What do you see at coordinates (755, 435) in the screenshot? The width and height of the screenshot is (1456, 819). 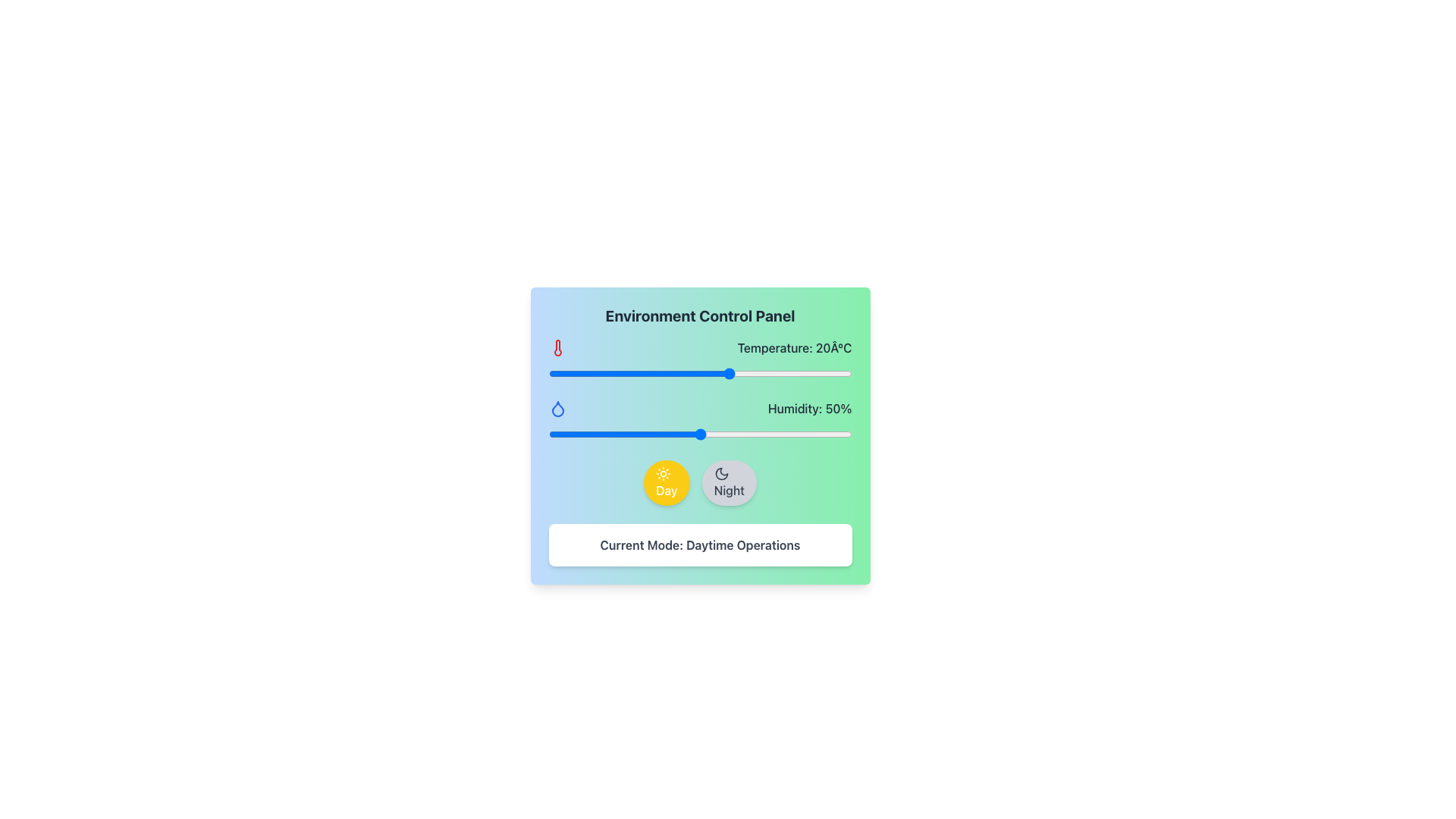 I see `the humidity level` at bounding box center [755, 435].